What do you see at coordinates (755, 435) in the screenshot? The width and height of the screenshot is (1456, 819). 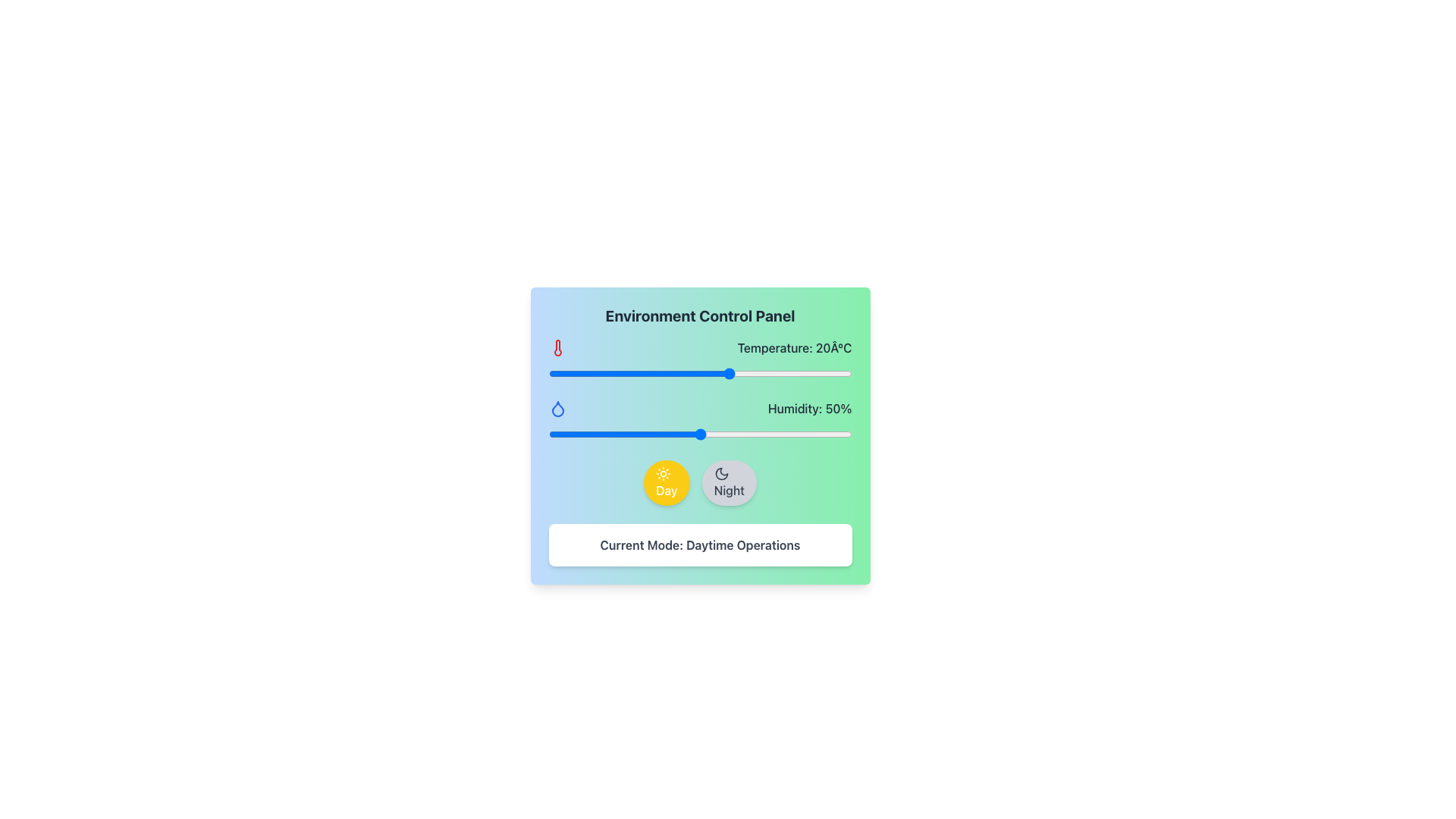 I see `the humidity level` at bounding box center [755, 435].